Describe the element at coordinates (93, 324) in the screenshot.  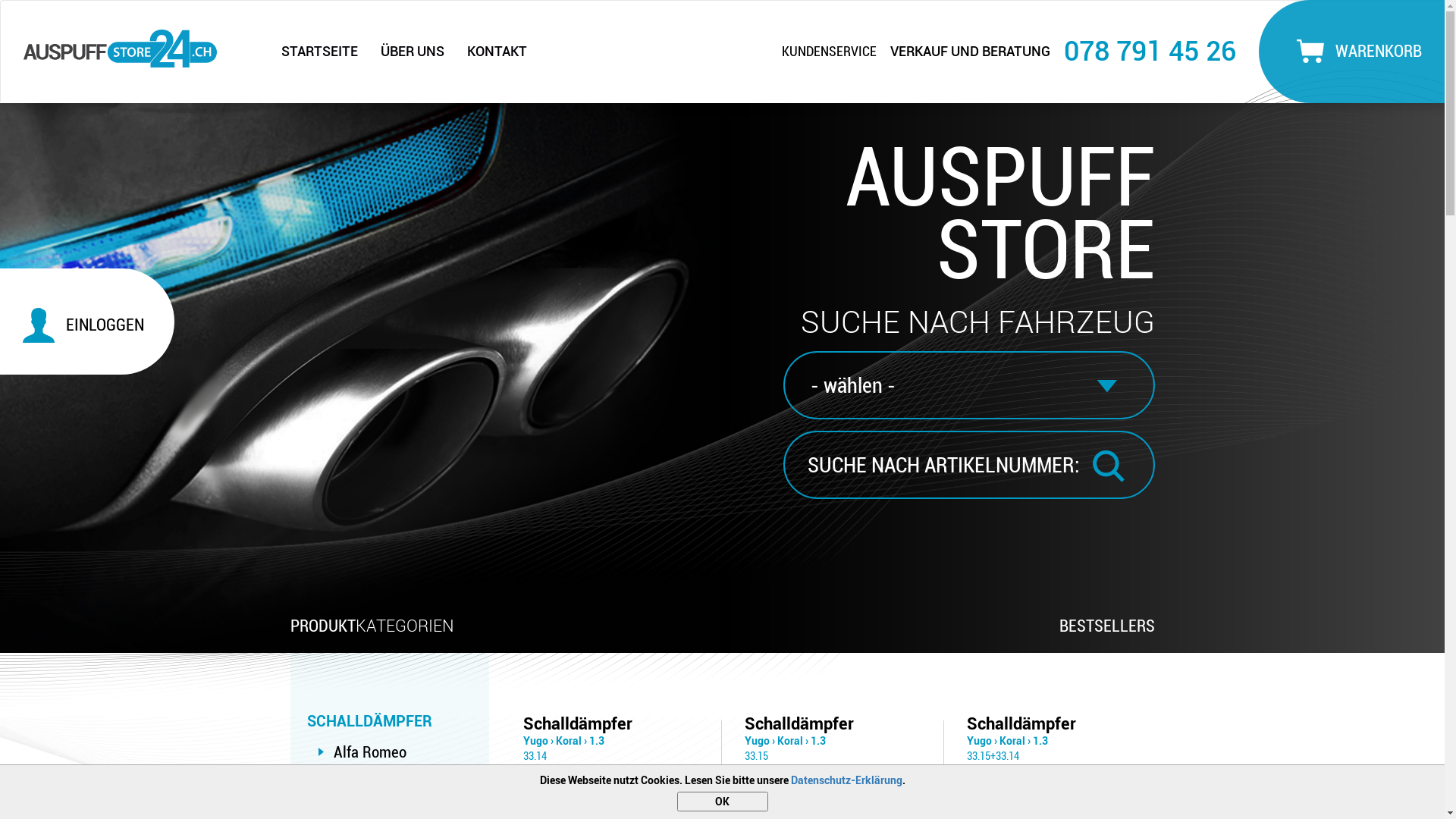
I see `'EINLOGGEN'` at that location.